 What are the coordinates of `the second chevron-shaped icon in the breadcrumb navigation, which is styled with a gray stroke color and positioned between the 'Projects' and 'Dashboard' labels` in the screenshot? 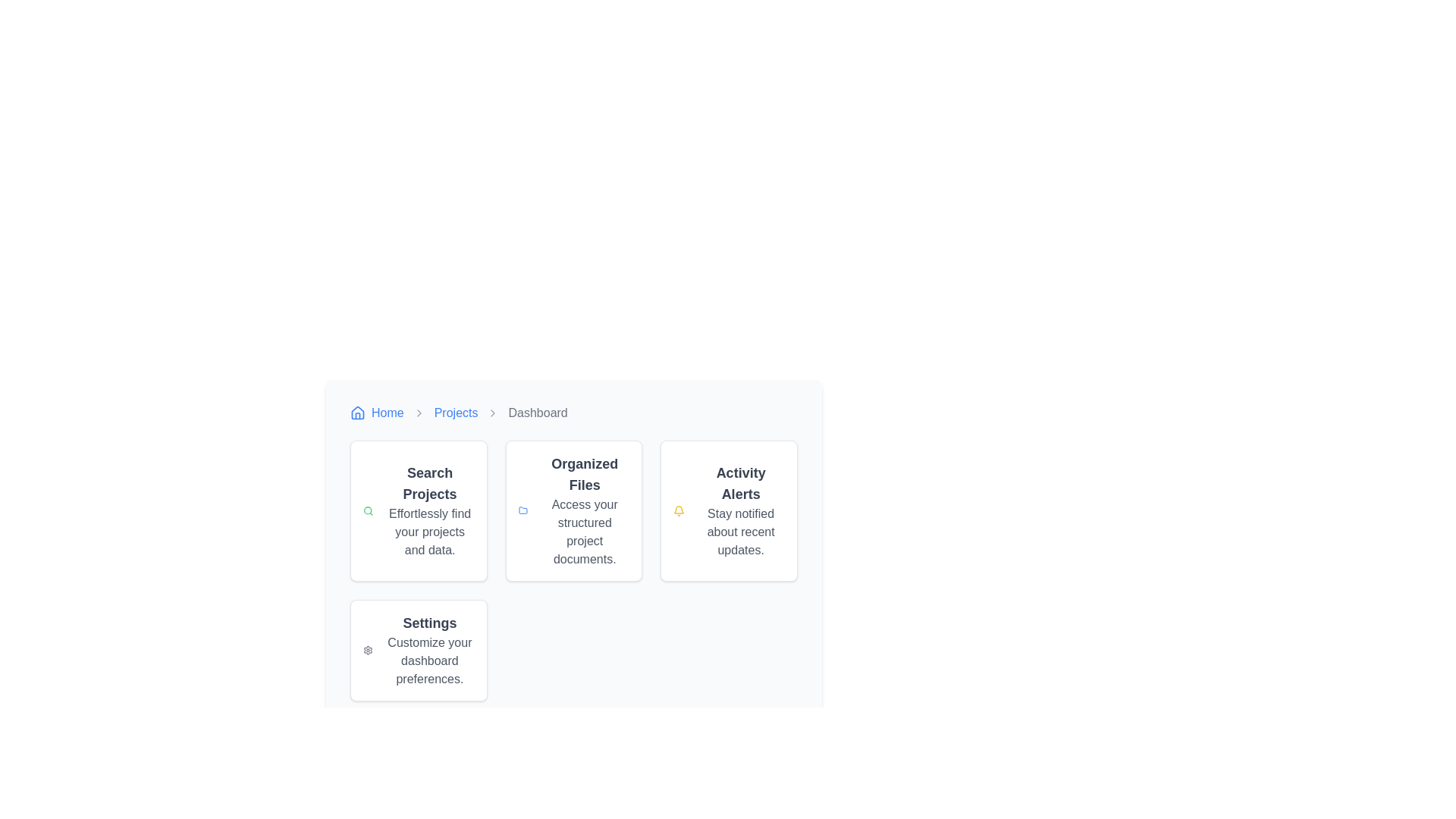 It's located at (493, 413).